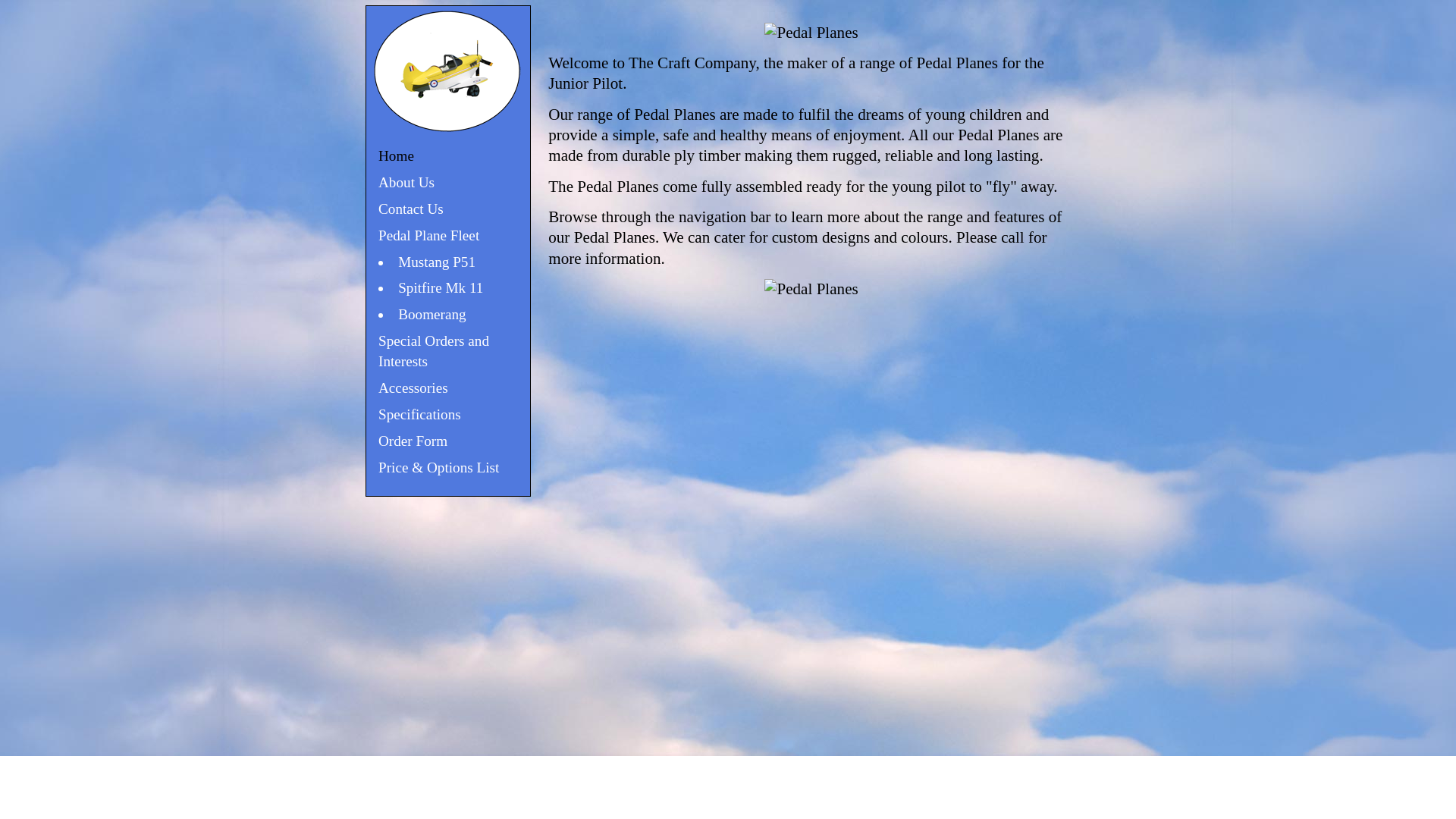 Image resolution: width=1456 pixels, height=819 pixels. Describe the element at coordinates (413, 387) in the screenshot. I see `'Accessories'` at that location.